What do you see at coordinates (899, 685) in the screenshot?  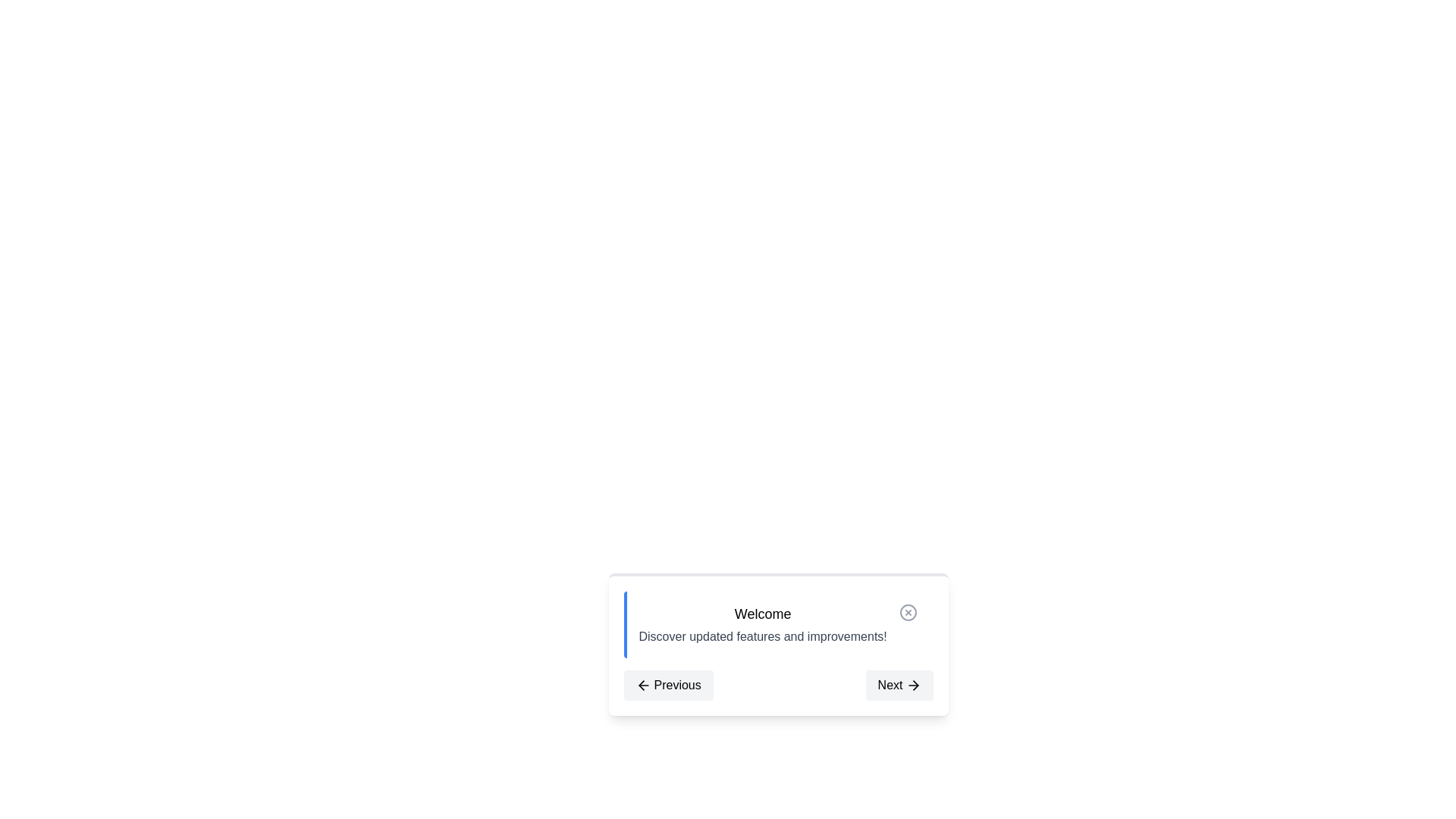 I see `the second button located in the lower part of the card, to the right of the 'Previous' button` at bounding box center [899, 685].